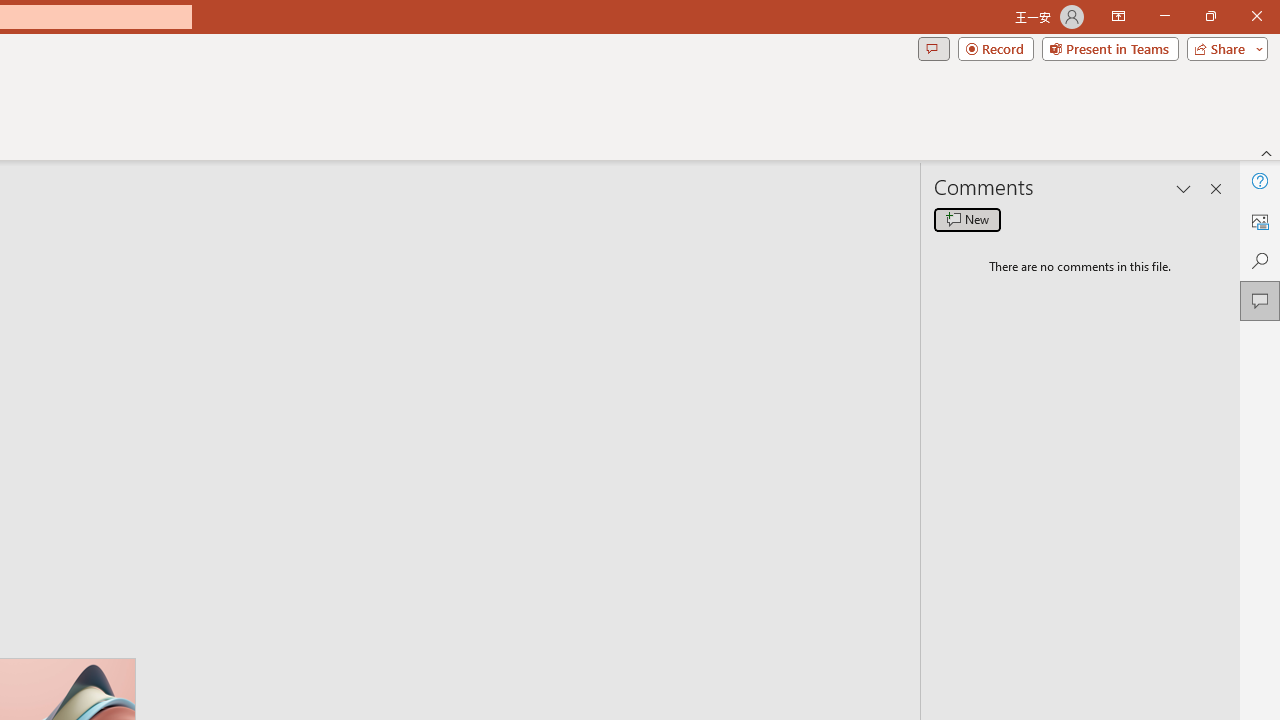  What do you see at coordinates (1259, 221) in the screenshot?
I see `'Alt Text'` at bounding box center [1259, 221].